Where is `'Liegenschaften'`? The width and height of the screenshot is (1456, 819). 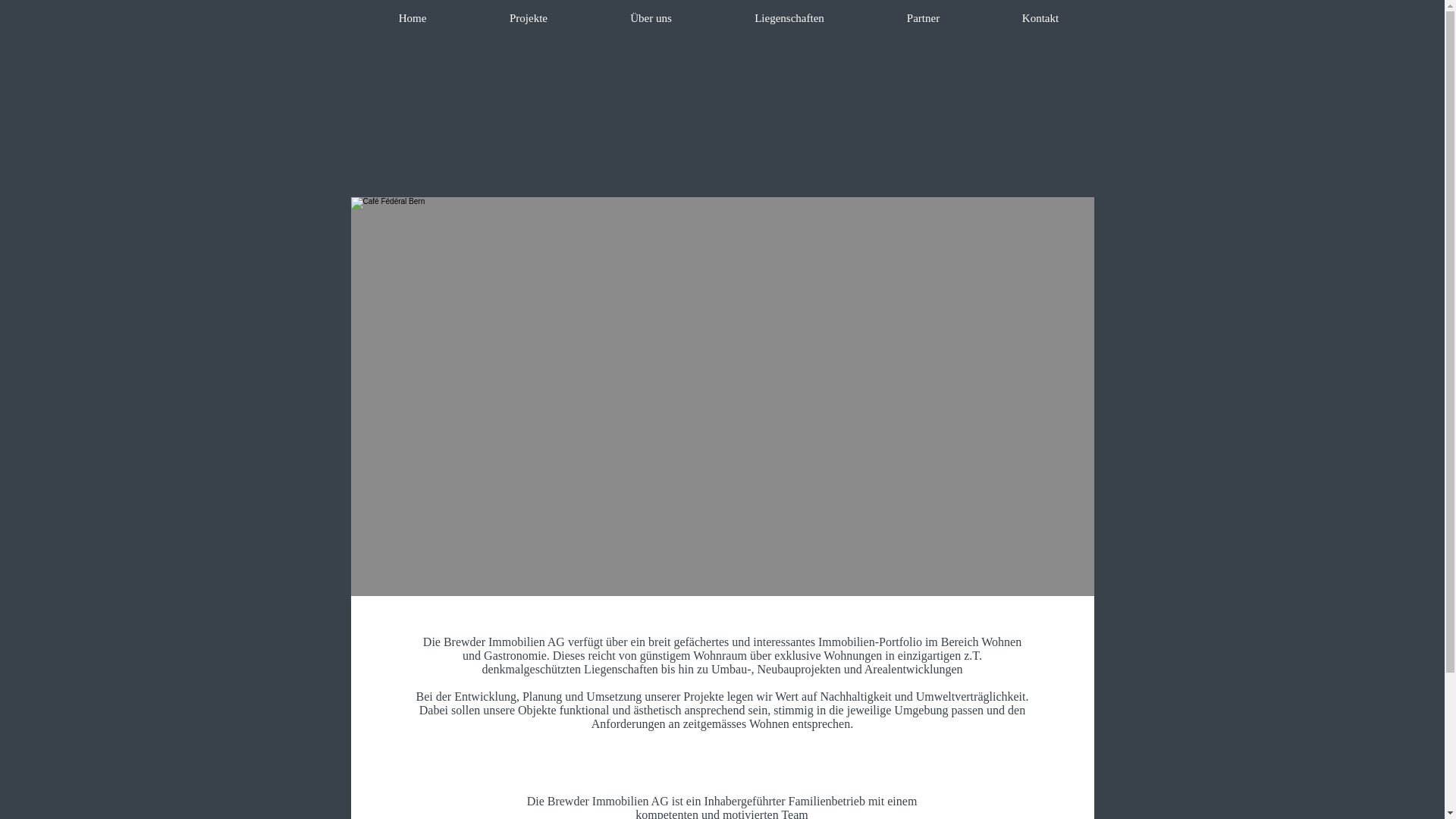 'Liegenschaften' is located at coordinates (789, 17).